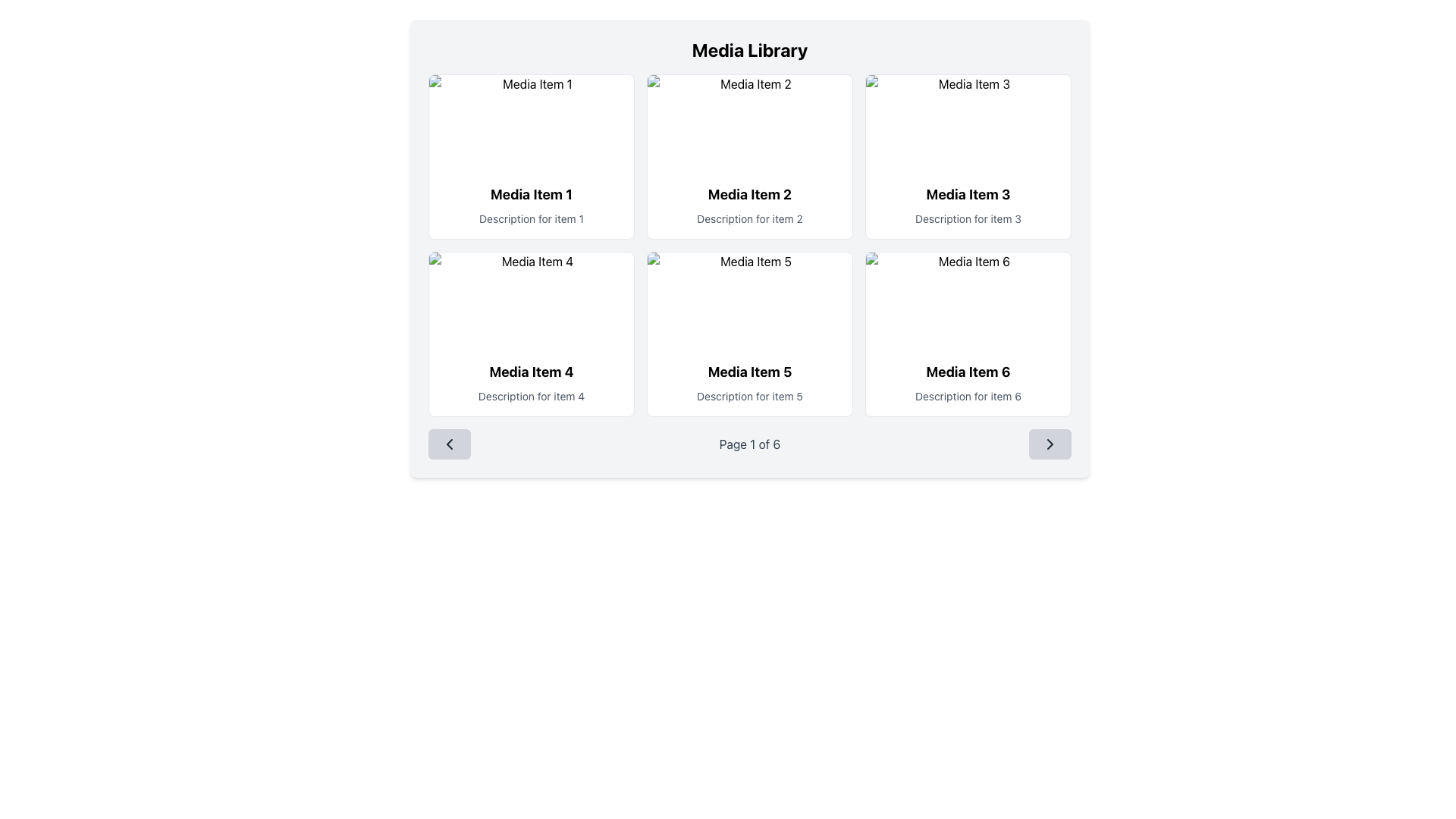  What do you see at coordinates (967, 372) in the screenshot?
I see `the Text Label displaying 'Media Item 6' which is located at the top of the last media item card in the third column of a grid layout` at bounding box center [967, 372].